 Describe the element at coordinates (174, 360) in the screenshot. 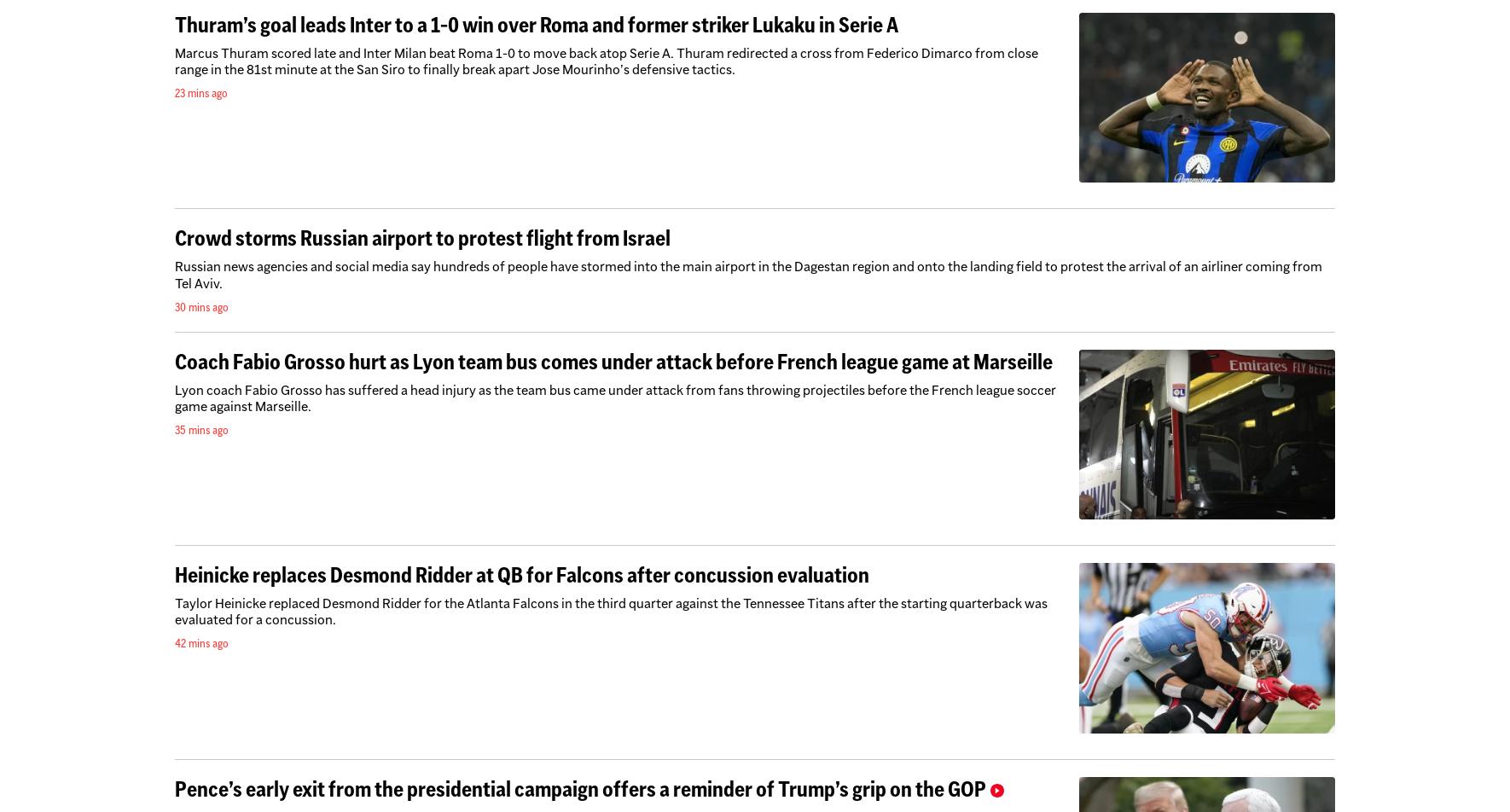

I see `'Coach Fabio Grosso hurt as Lyon team bus comes under attack before French league game at Marseille'` at that location.